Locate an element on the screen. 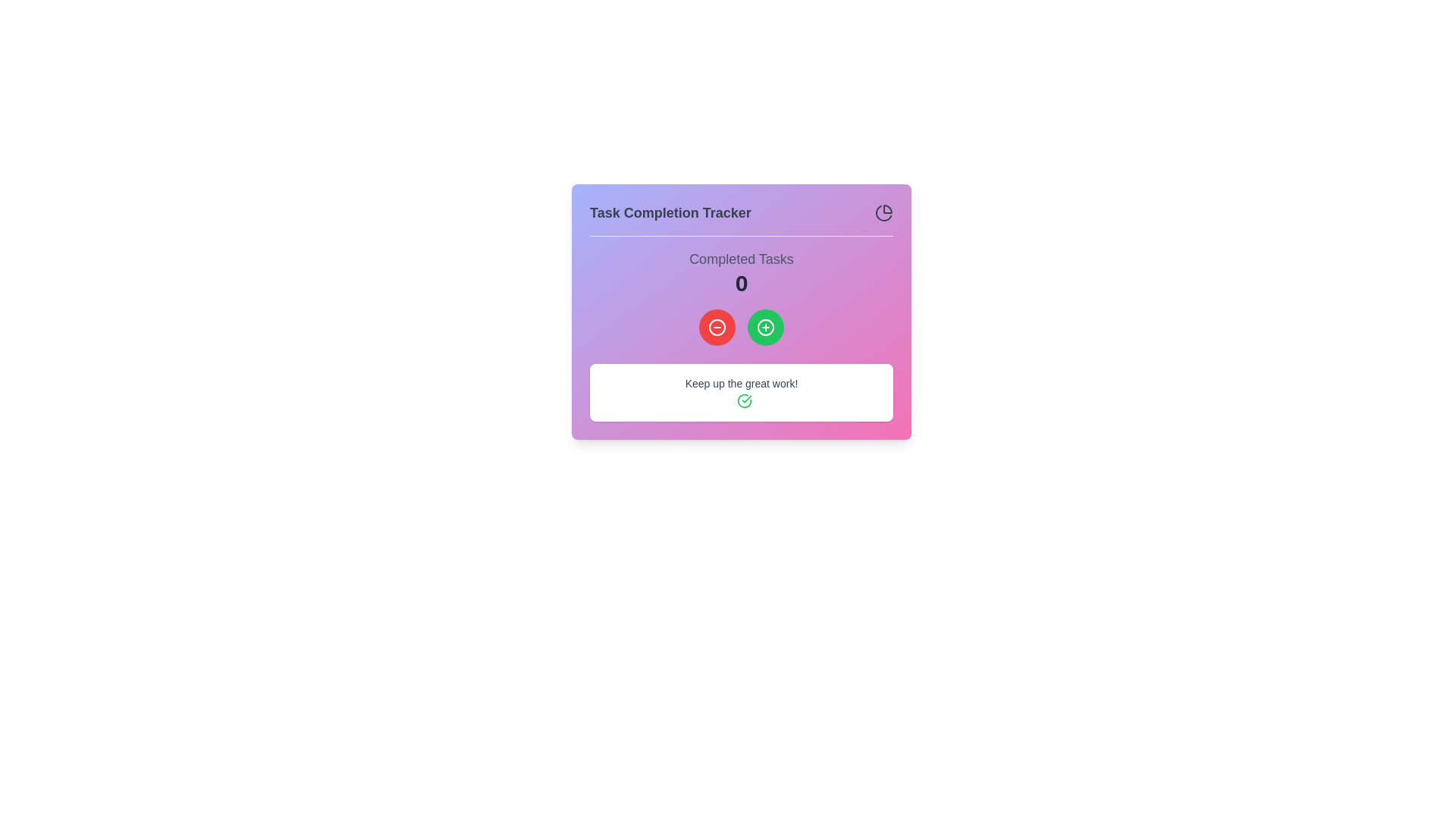 This screenshot has width=1456, height=819. header text 'Task Completion Tracker' located at the top of the card, which provides context about task completion progress is located at coordinates (742, 219).